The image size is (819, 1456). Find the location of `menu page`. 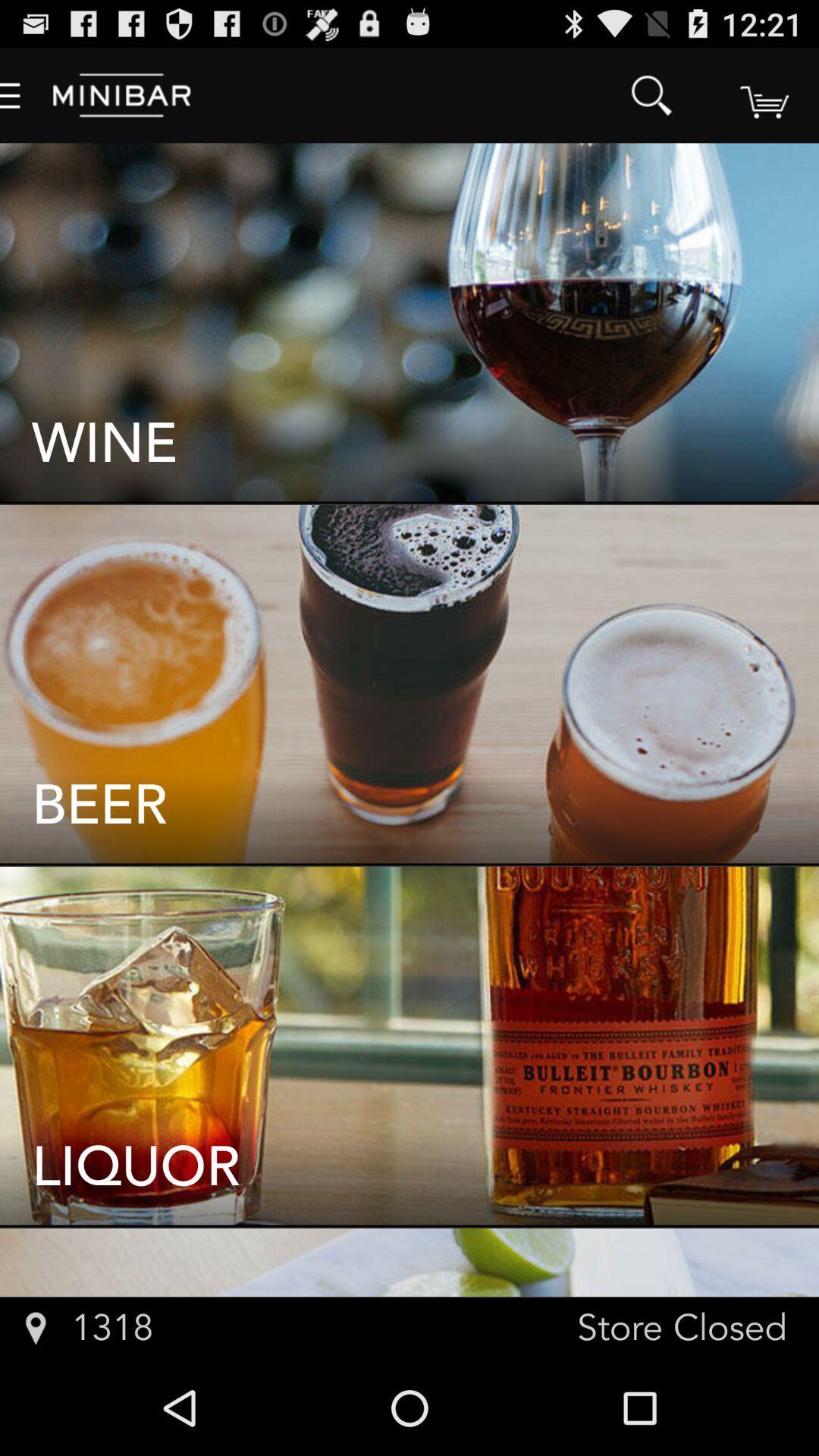

menu page is located at coordinates (763, 94).